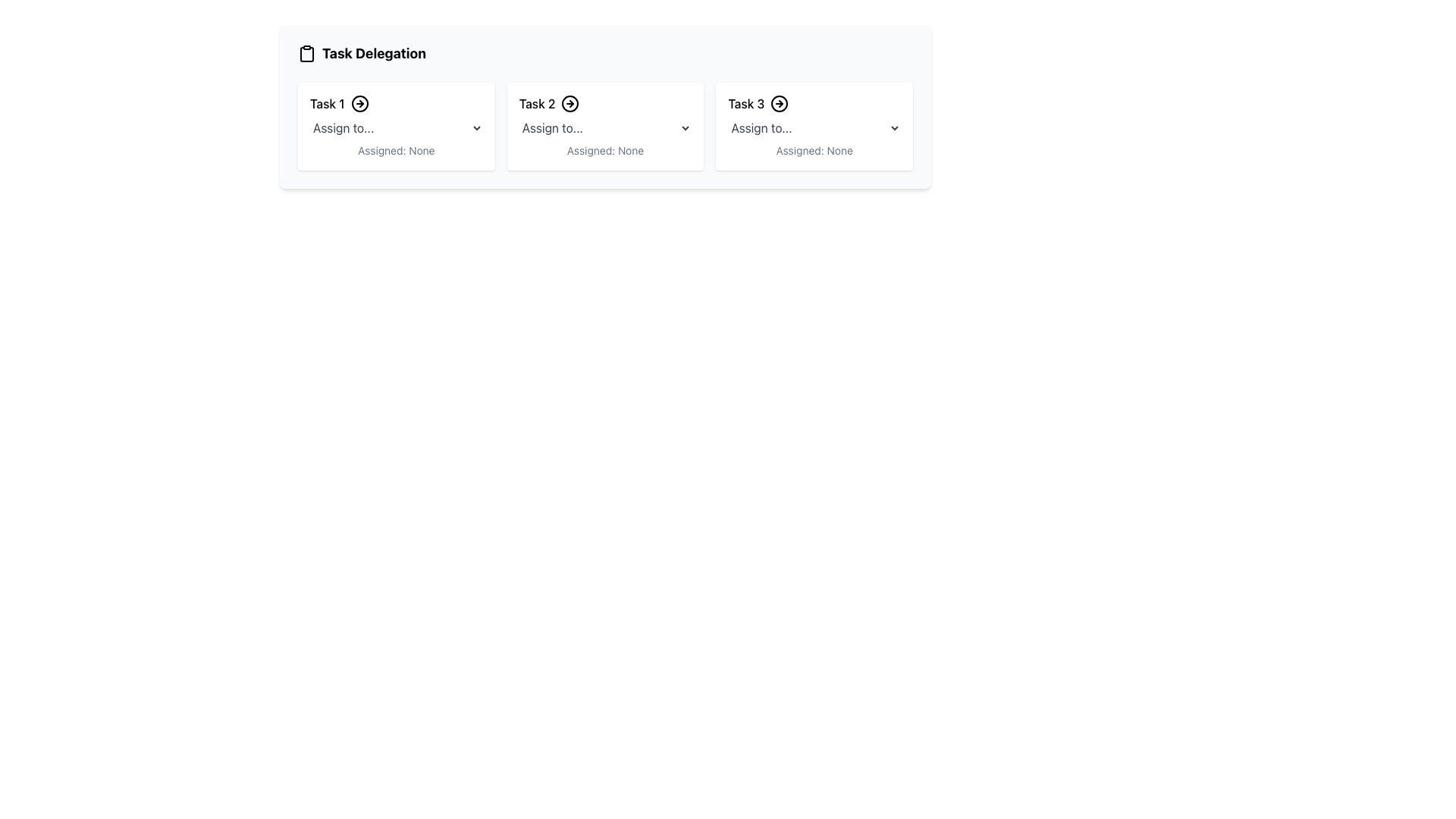 This screenshot has width=1456, height=819. I want to click on the circular visual component within the icon of the second task card titled 'Task 2' in the Task Delegation section, so click(570, 103).